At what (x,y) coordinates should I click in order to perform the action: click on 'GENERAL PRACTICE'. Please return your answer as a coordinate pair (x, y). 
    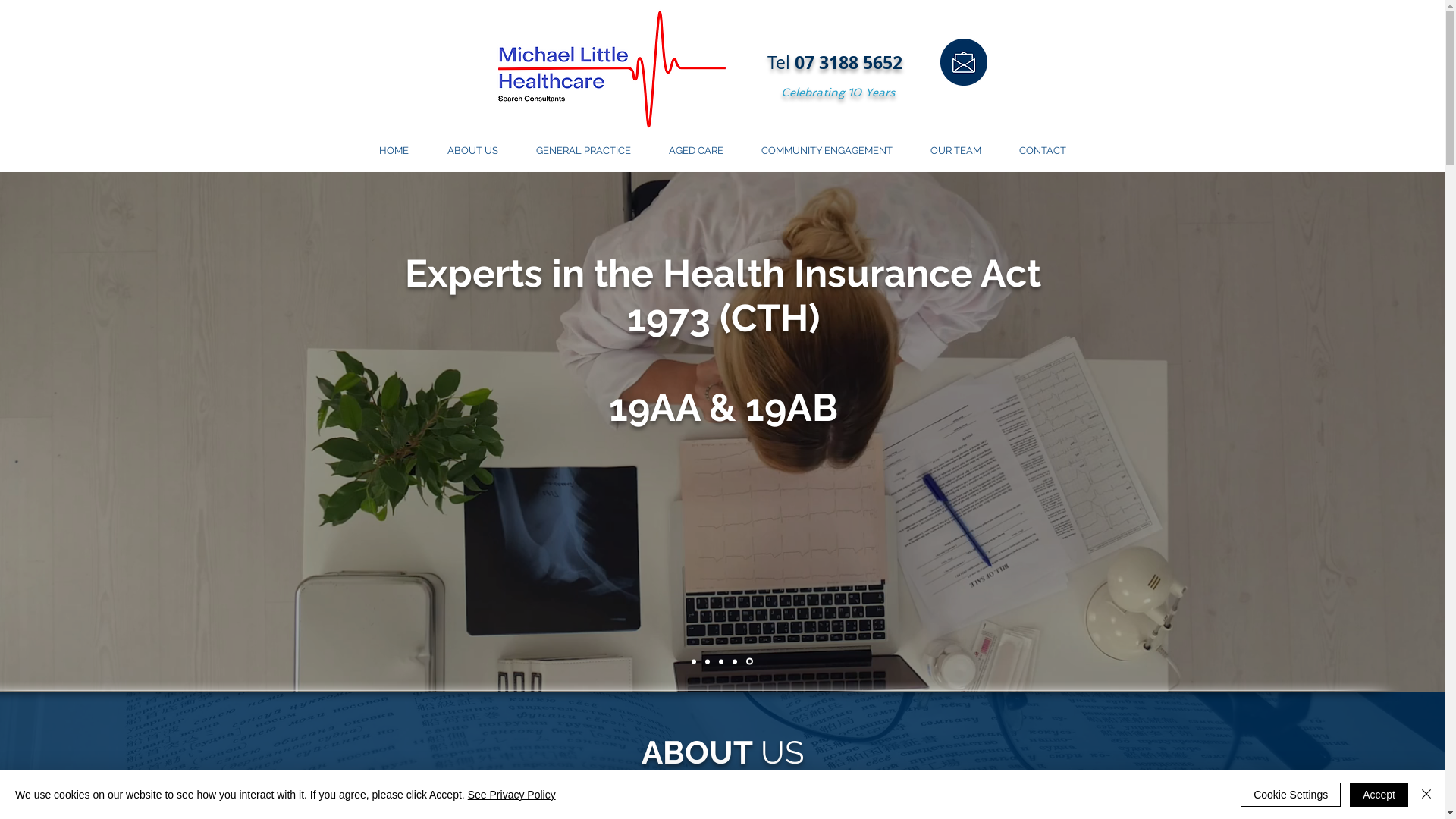
    Looking at the image, I should click on (582, 151).